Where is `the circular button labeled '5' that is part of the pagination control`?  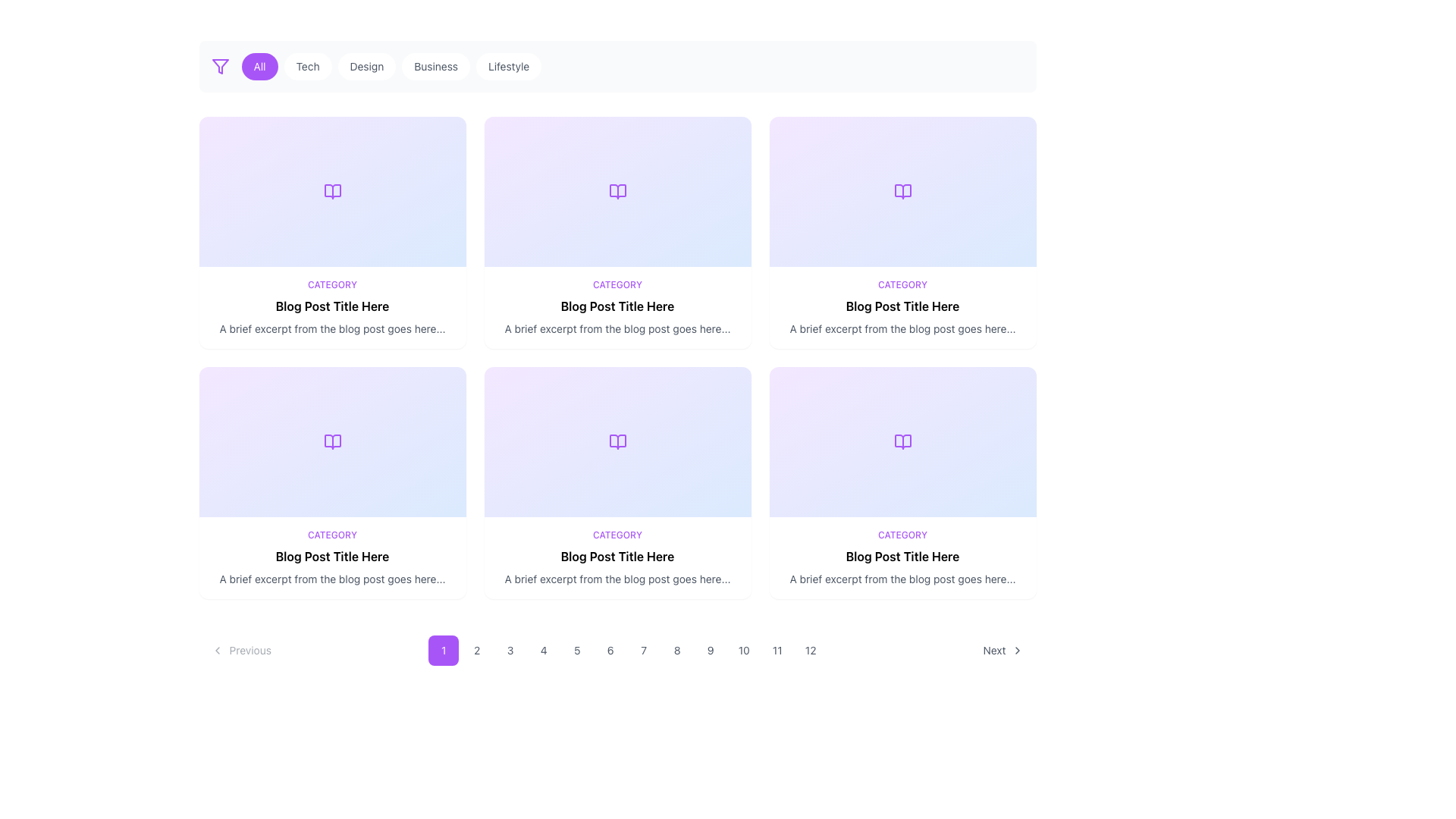 the circular button labeled '5' that is part of the pagination control is located at coordinates (576, 649).